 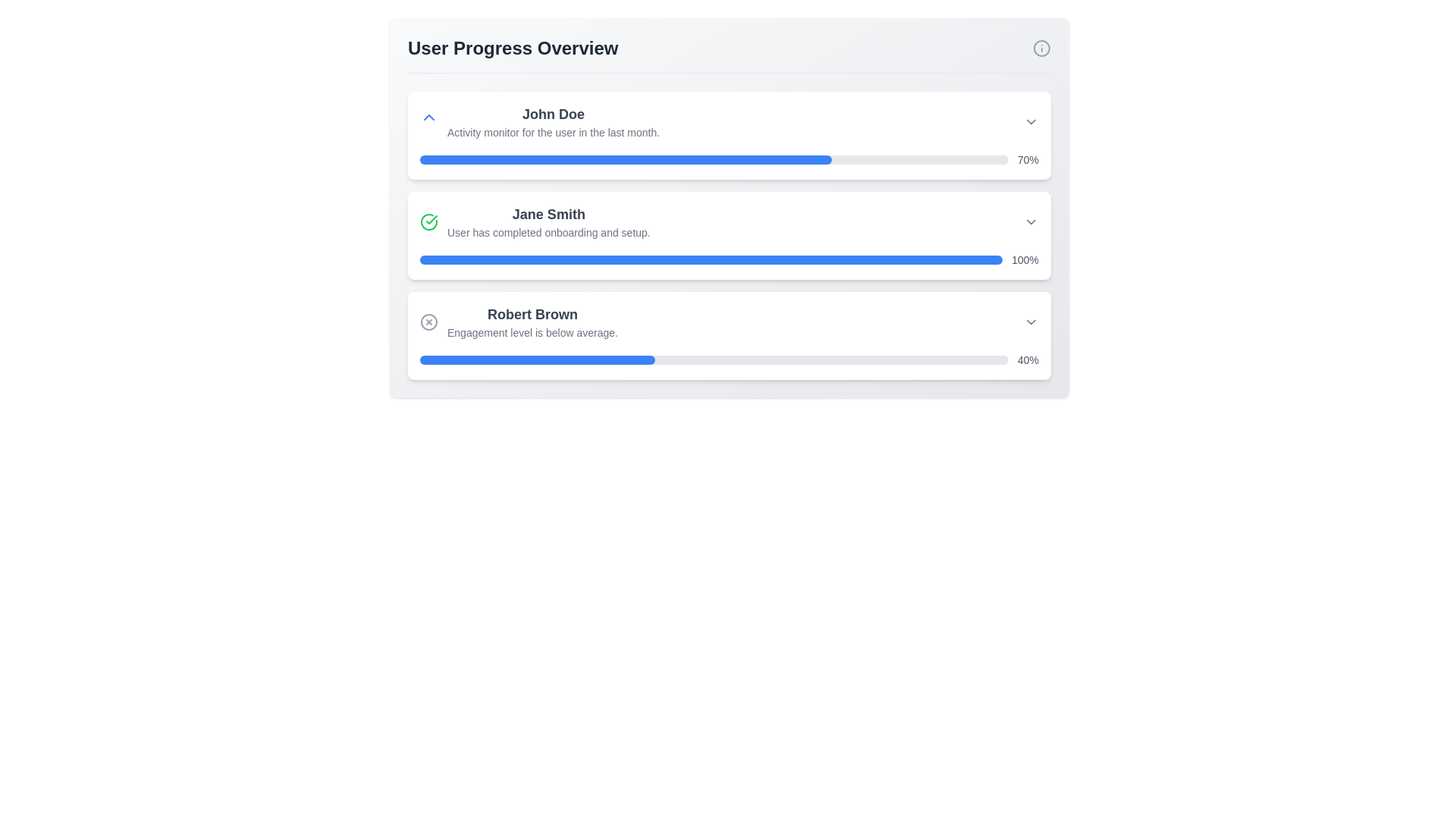 What do you see at coordinates (431, 219) in the screenshot?
I see `the checkmark icon inside the circular badge next to the text 'Jane Smith' on the second card in the 'User Progress Overview' section` at bounding box center [431, 219].